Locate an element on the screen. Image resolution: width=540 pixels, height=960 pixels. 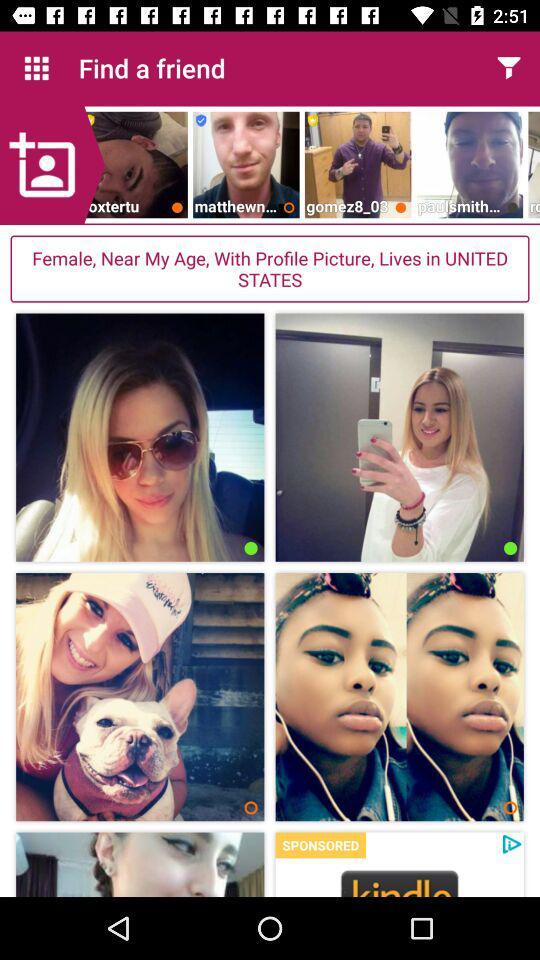
the icon next to the find a friend is located at coordinates (36, 68).